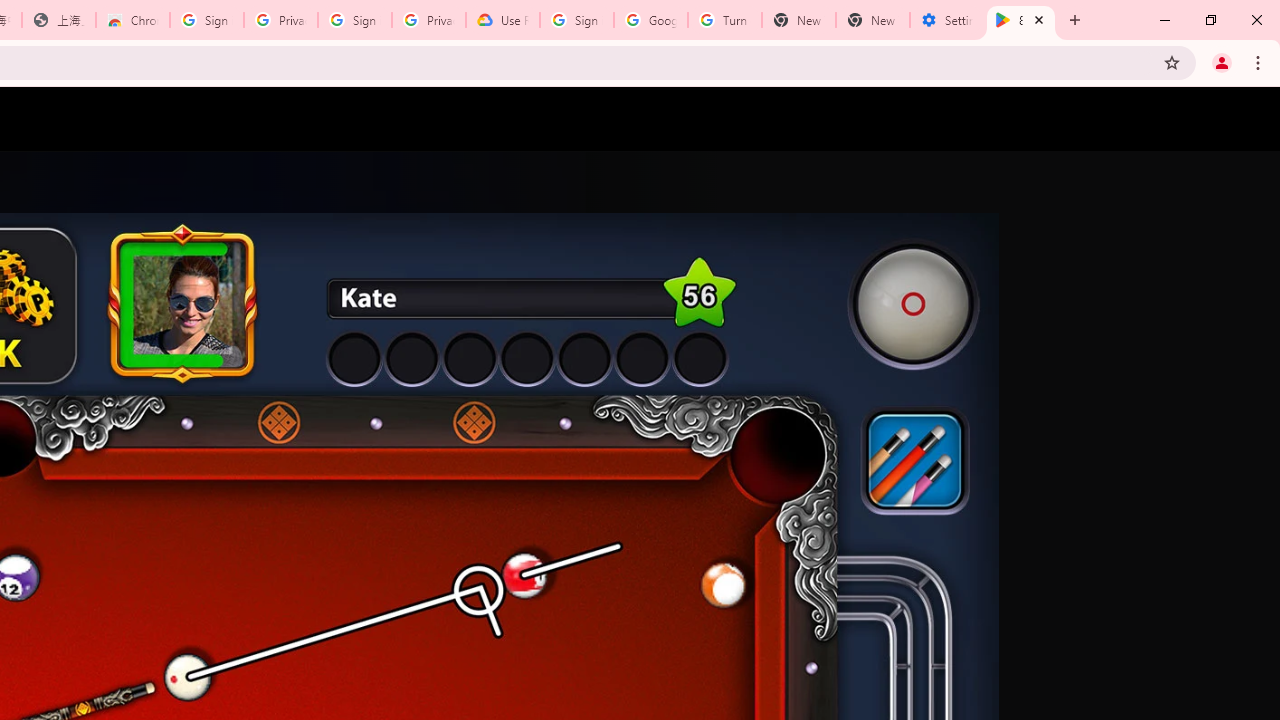 This screenshot has height=720, width=1280. What do you see at coordinates (651, 20) in the screenshot?
I see `'Google Account Help'` at bounding box center [651, 20].